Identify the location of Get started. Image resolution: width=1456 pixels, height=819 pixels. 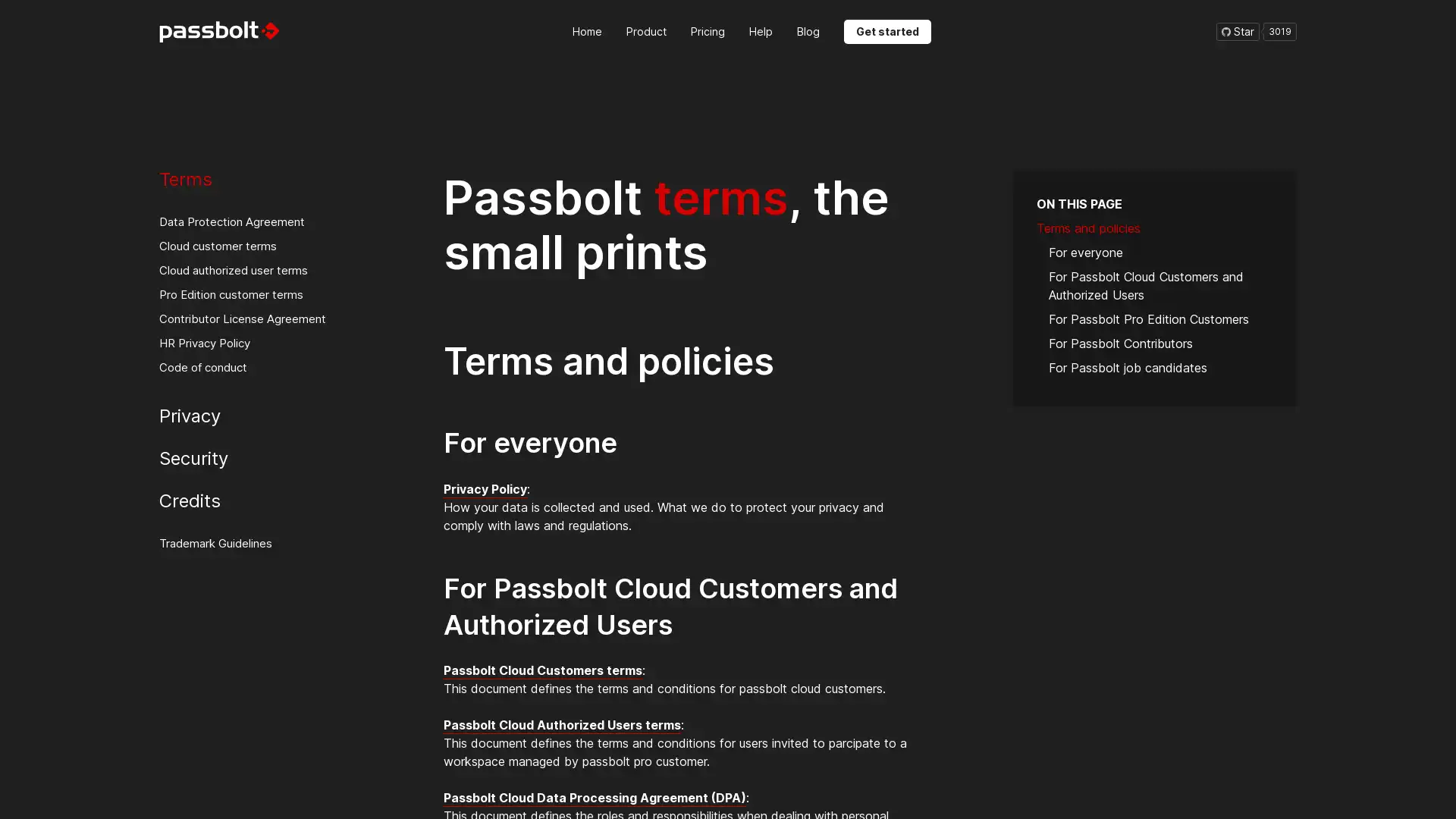
(886, 31).